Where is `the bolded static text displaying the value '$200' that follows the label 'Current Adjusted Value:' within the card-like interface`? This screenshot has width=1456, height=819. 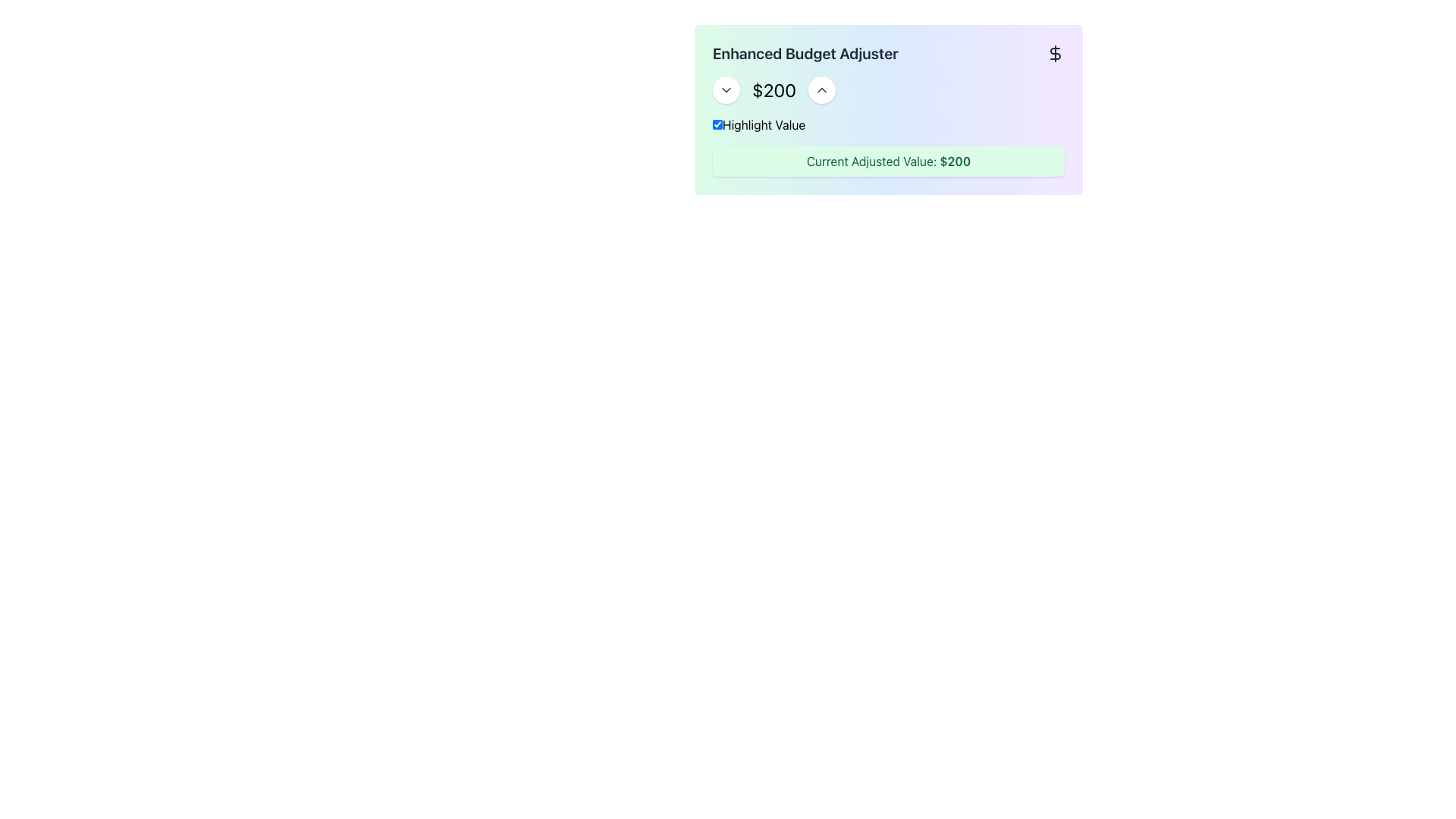
the bolded static text displaying the value '$200' that follows the label 'Current Adjusted Value:' within the card-like interface is located at coordinates (954, 161).